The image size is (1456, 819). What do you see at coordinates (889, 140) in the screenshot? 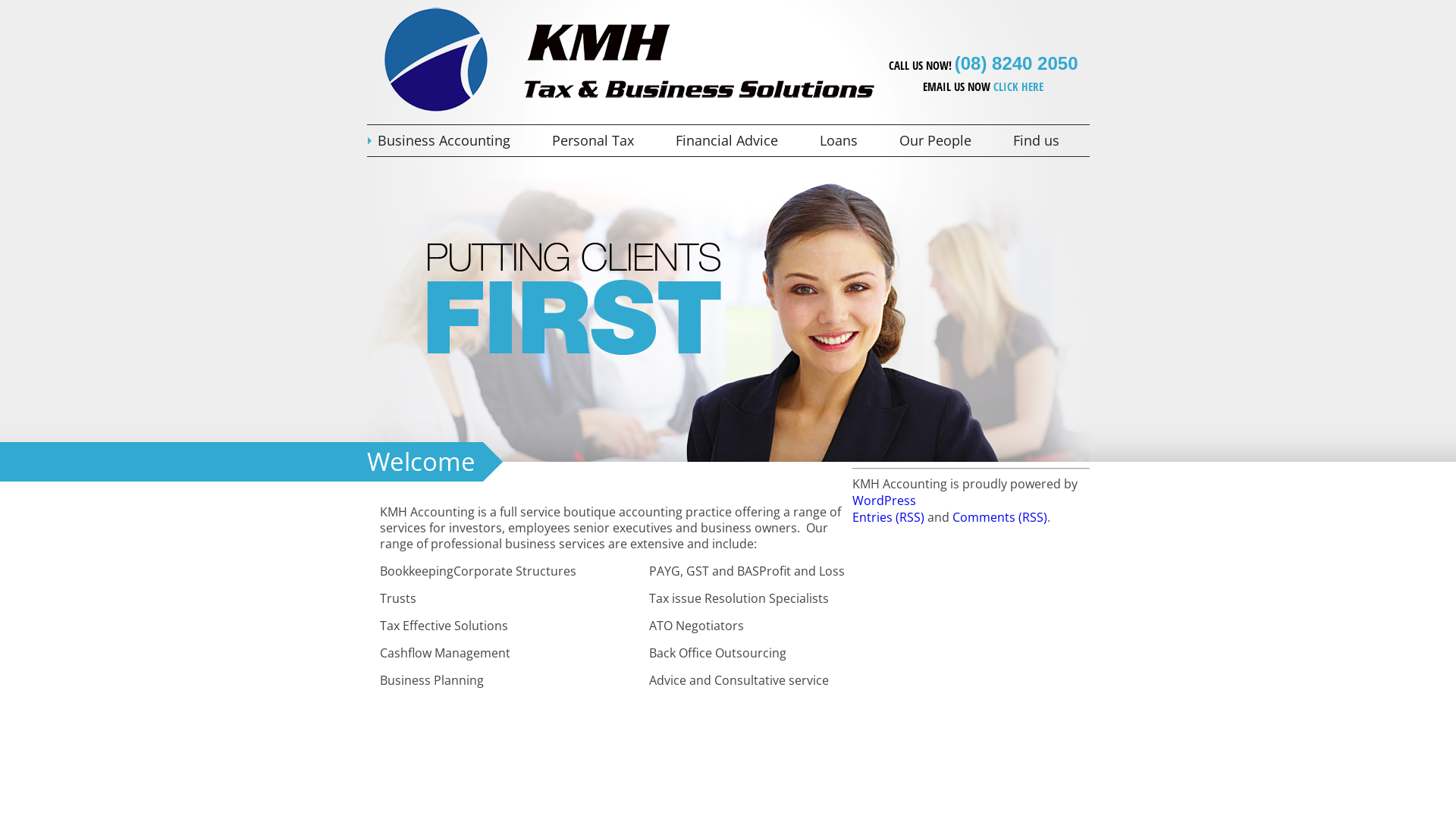
I see `'Our People'` at bounding box center [889, 140].